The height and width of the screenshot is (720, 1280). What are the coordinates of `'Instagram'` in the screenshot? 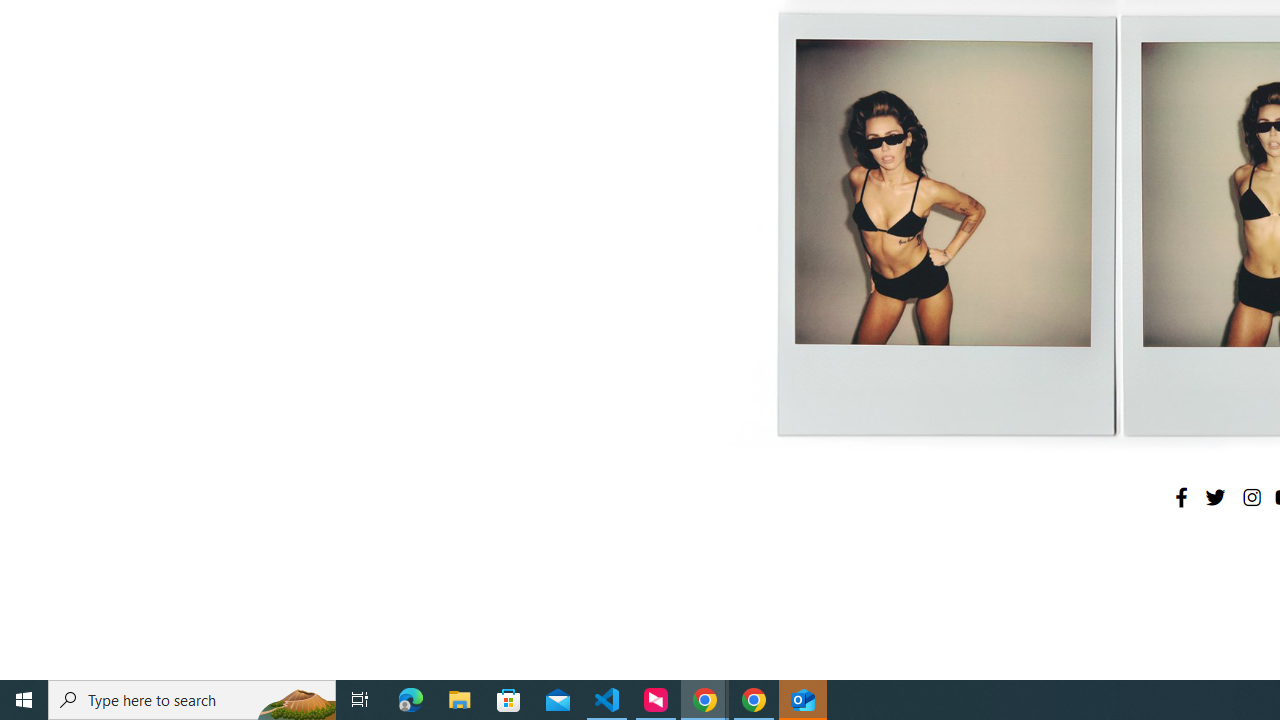 It's located at (1250, 496).